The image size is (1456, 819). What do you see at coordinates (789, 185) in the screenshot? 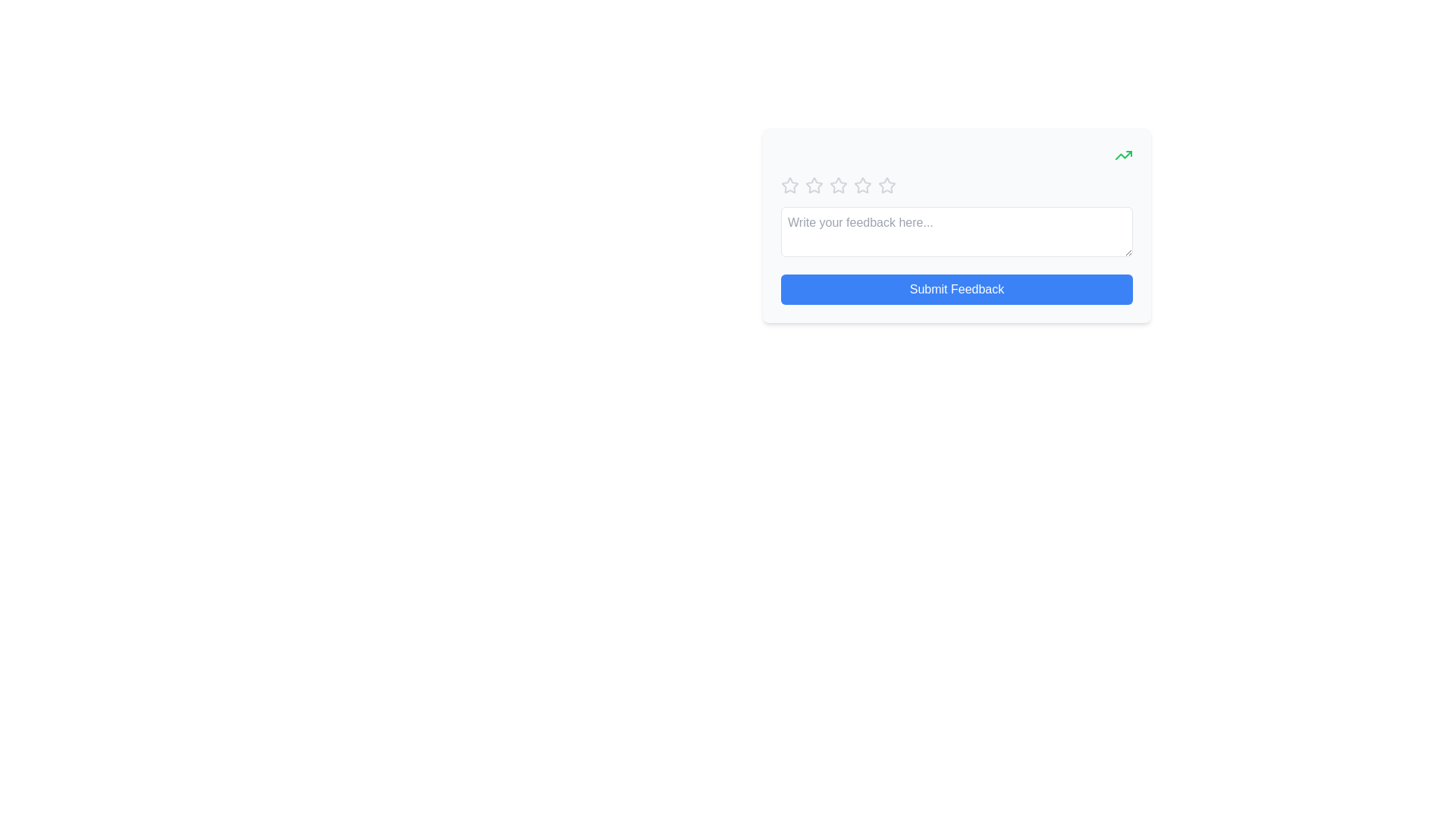
I see `the first star icon in the five-star rating system` at bounding box center [789, 185].